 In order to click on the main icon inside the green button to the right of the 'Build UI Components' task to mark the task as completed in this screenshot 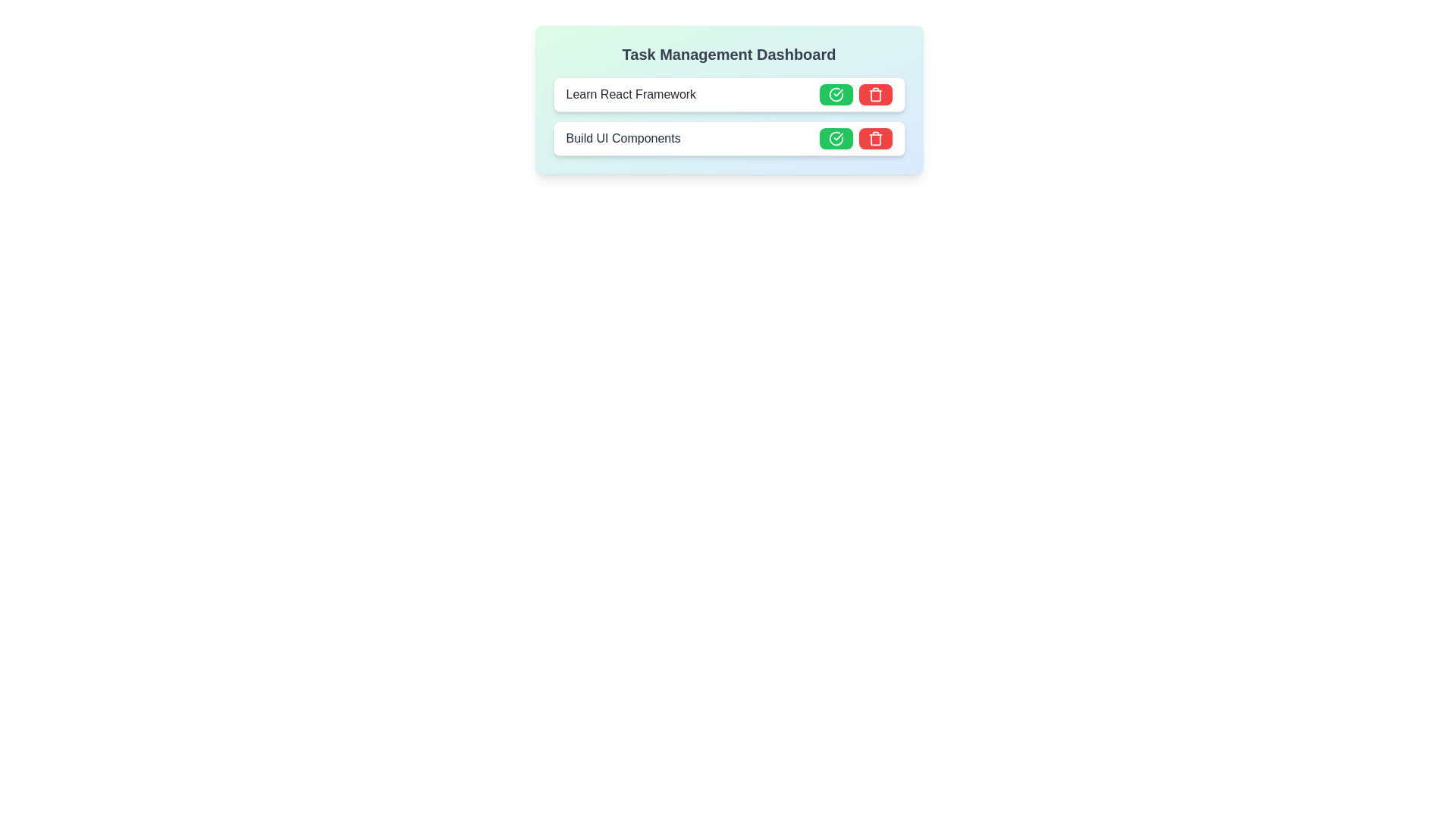, I will do `click(835, 94)`.